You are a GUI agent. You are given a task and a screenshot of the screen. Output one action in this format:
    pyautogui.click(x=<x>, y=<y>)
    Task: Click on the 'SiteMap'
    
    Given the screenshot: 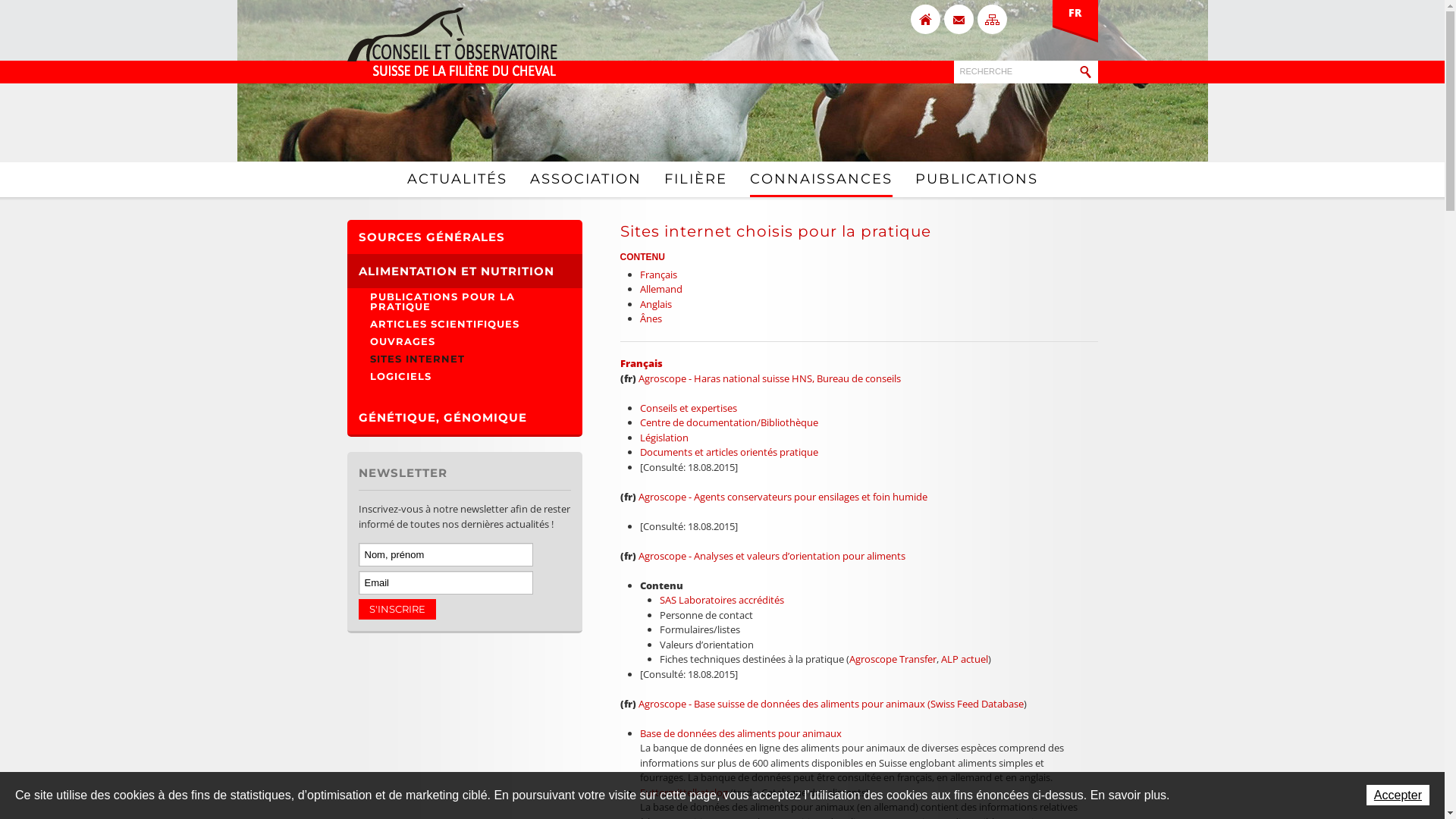 What is the action you would take?
    pyautogui.click(x=991, y=19)
    